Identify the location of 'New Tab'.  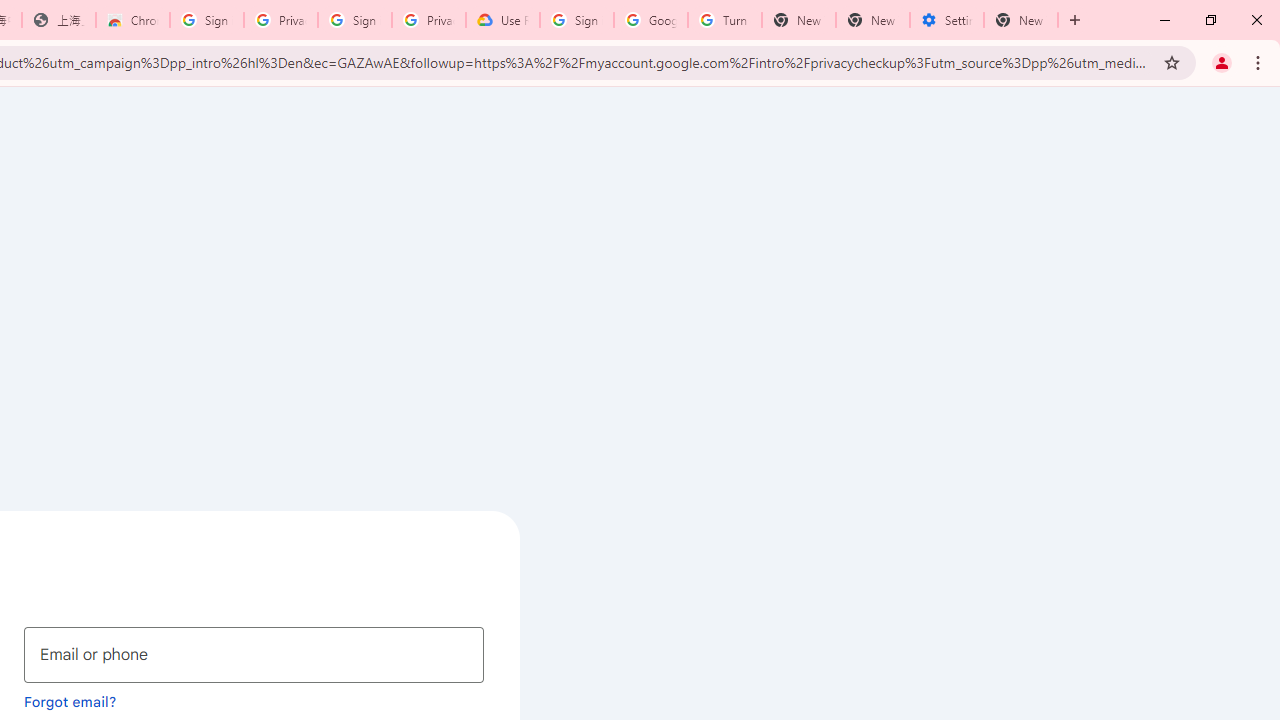
(1021, 20).